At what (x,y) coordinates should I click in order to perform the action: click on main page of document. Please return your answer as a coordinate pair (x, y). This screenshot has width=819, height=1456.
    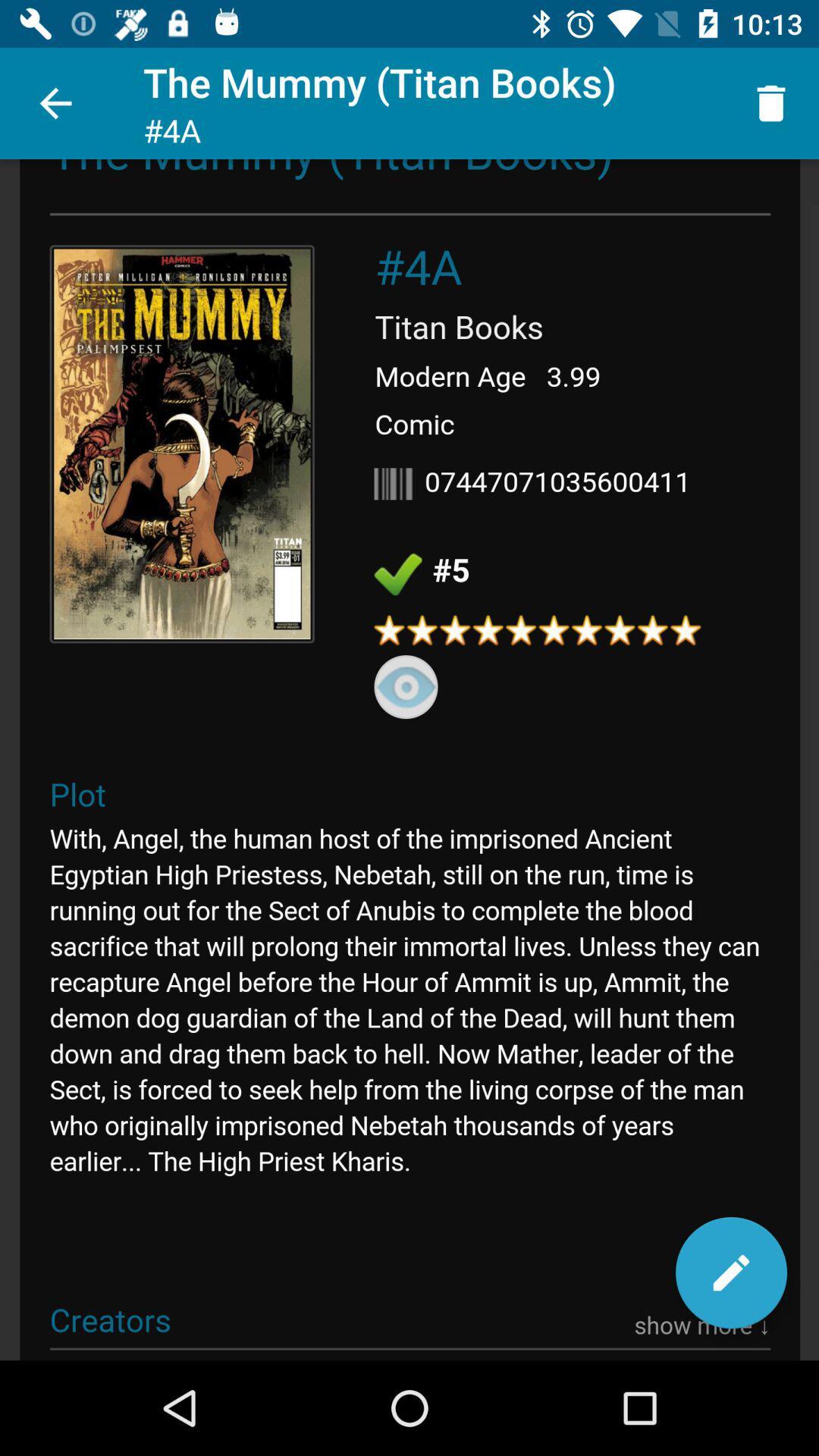
    Looking at the image, I should click on (409, 760).